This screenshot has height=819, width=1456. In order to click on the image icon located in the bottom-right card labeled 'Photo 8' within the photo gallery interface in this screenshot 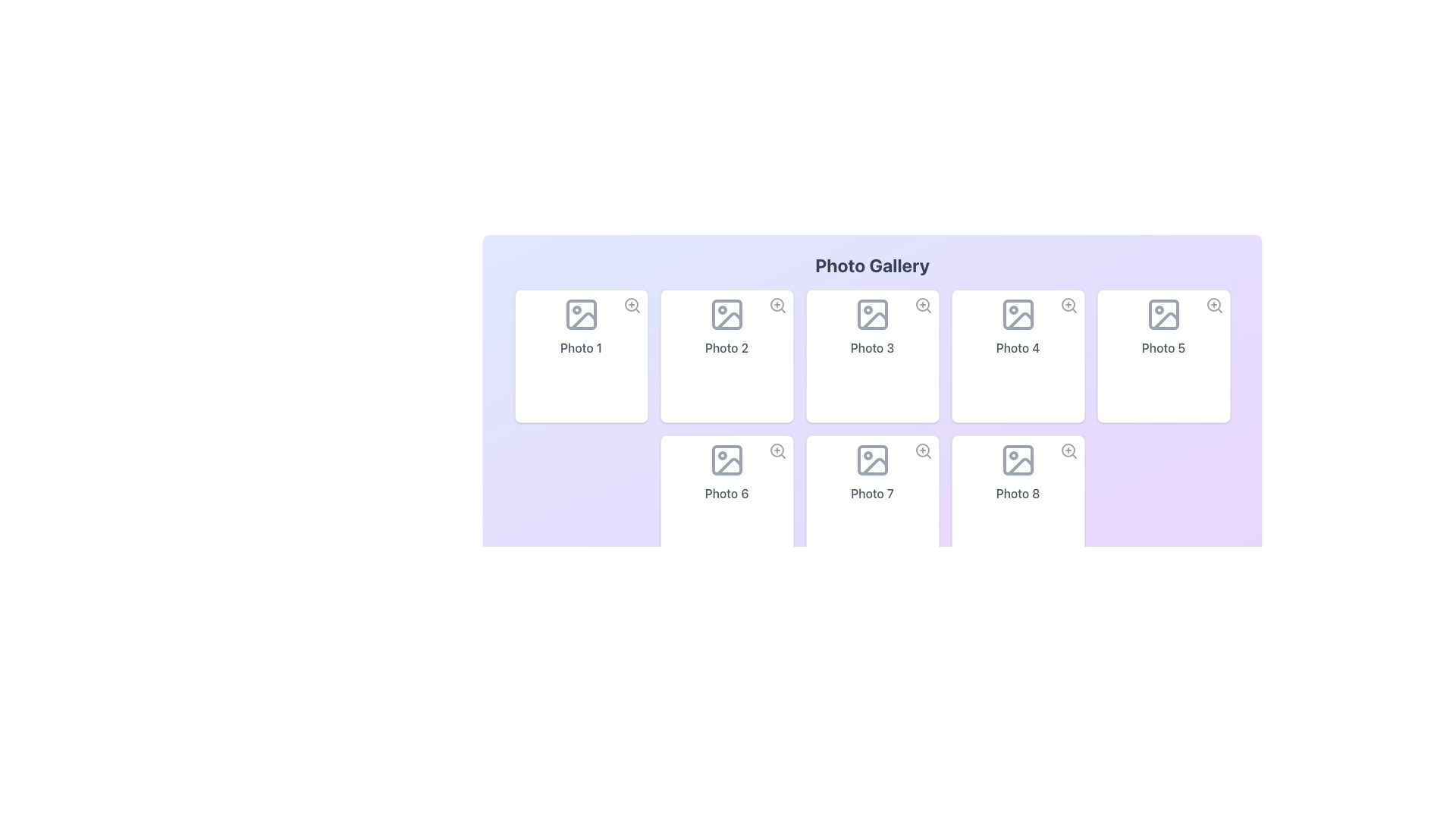, I will do `click(1018, 459)`.